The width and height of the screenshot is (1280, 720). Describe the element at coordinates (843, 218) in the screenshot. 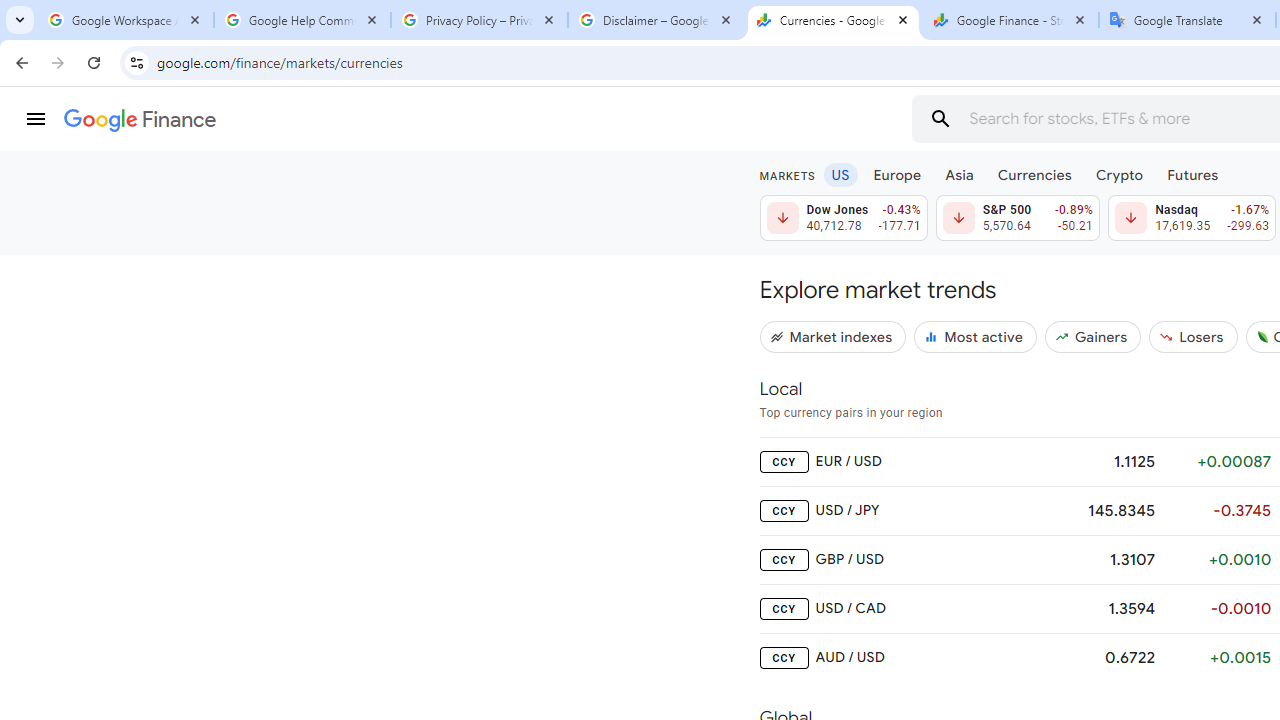

I see `'Dow Jones 40,712.78 Down by 0.43% -177.71'` at that location.